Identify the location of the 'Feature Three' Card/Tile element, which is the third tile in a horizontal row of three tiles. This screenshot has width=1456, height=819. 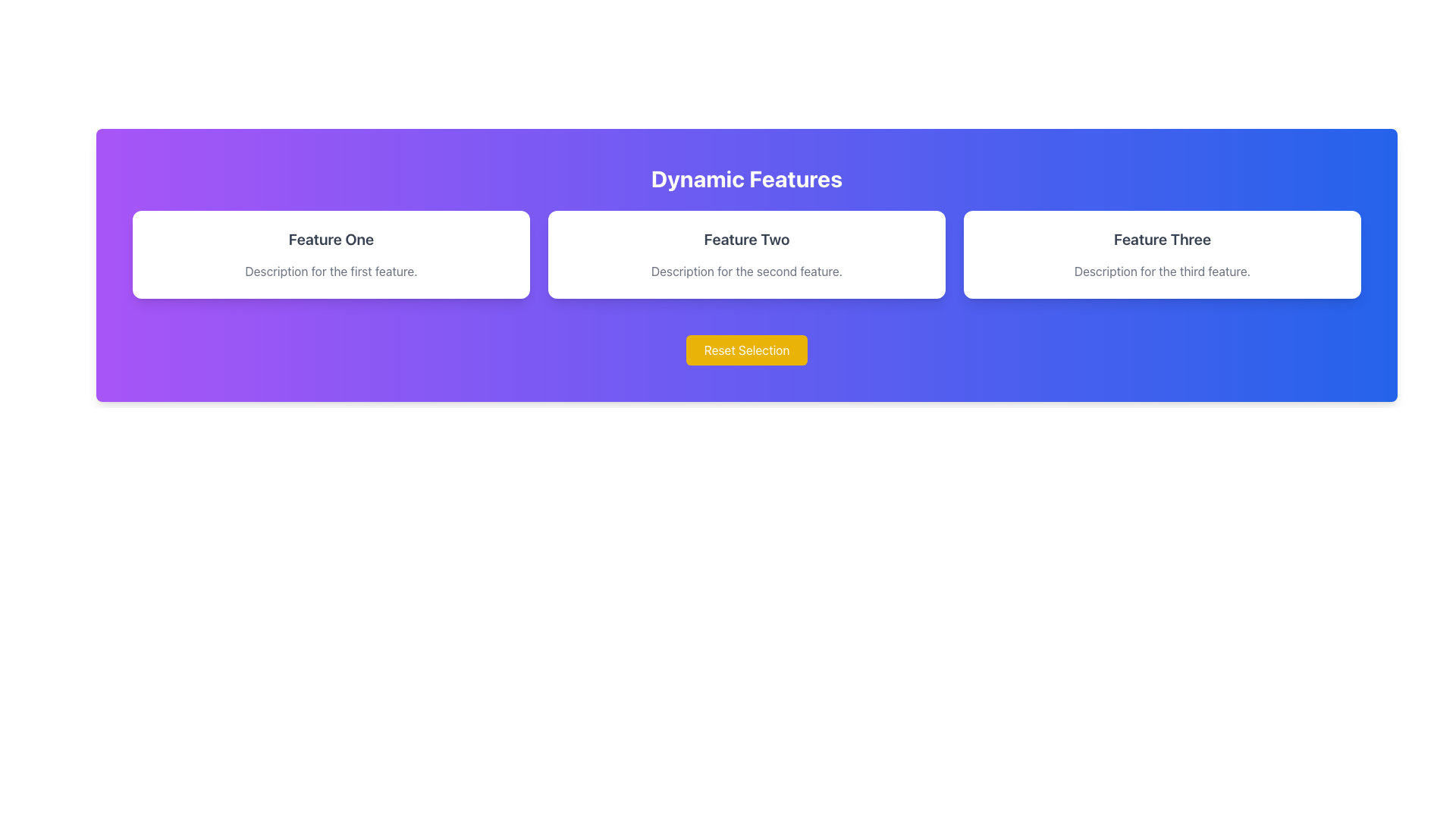
(1161, 253).